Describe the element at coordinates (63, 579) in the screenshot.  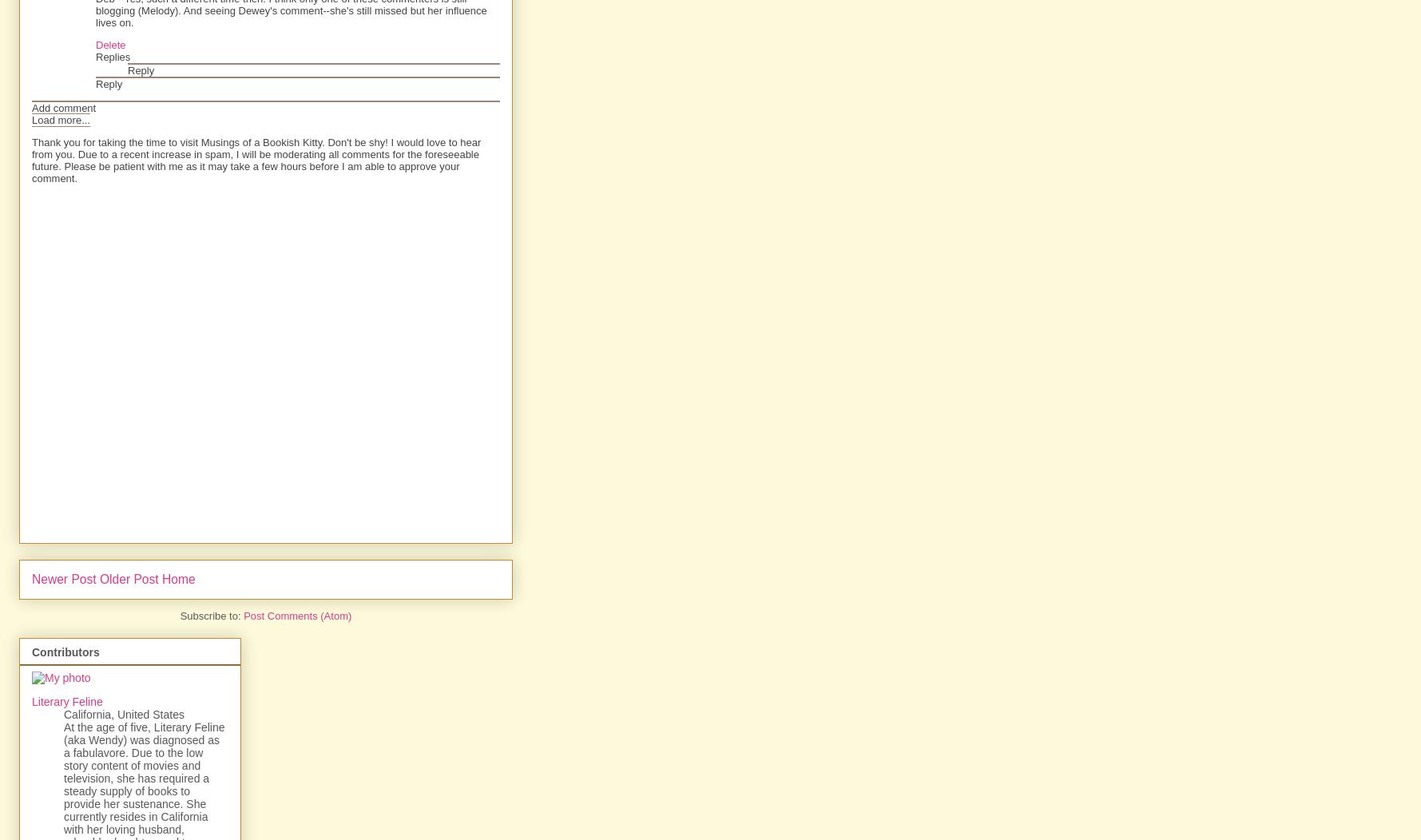
I see `'Newer Post'` at that location.